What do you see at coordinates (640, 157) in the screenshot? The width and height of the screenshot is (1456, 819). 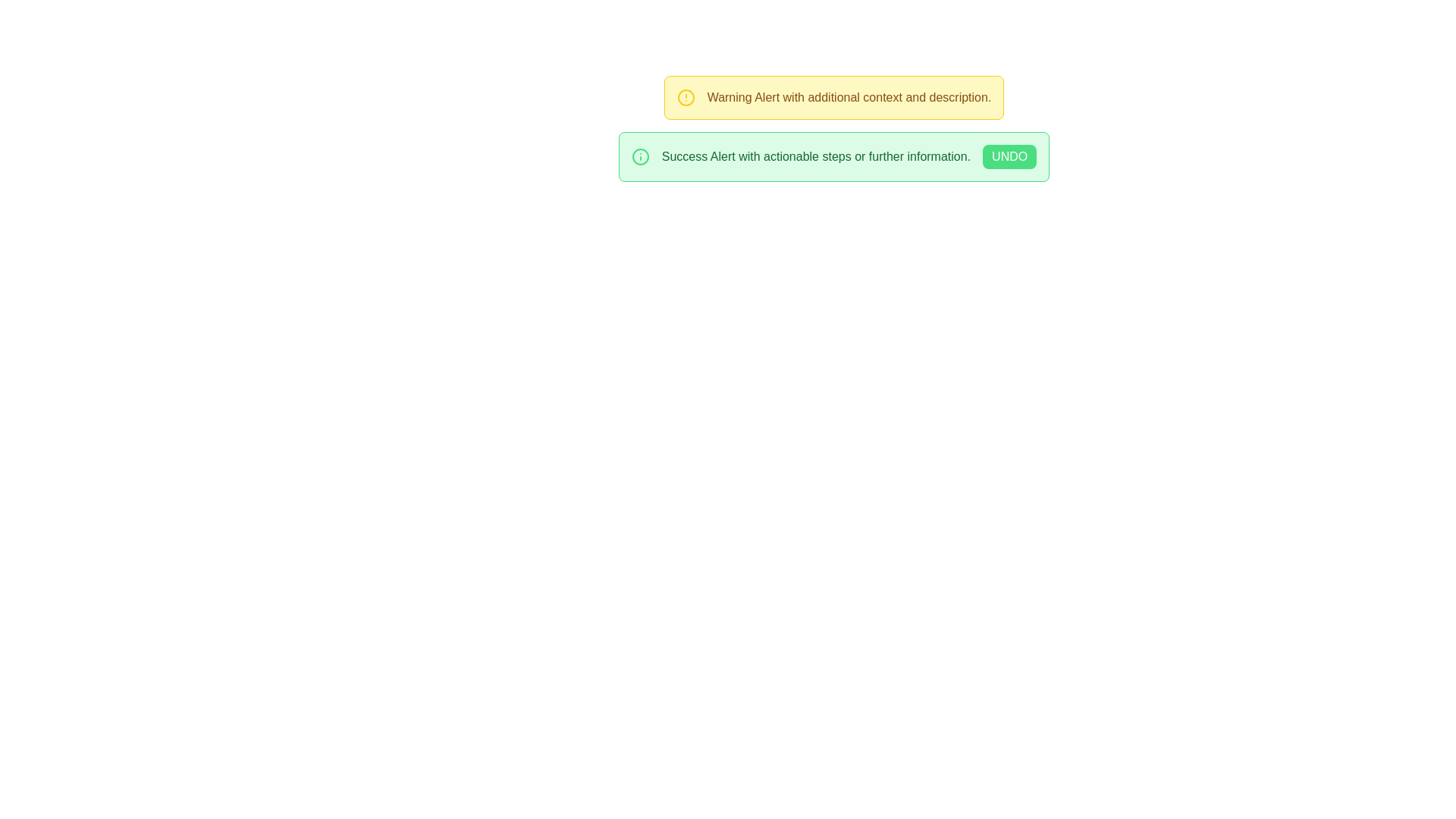 I see `the graphical icon component (circle) indicating success status located in the left portion of the success message alert` at bounding box center [640, 157].